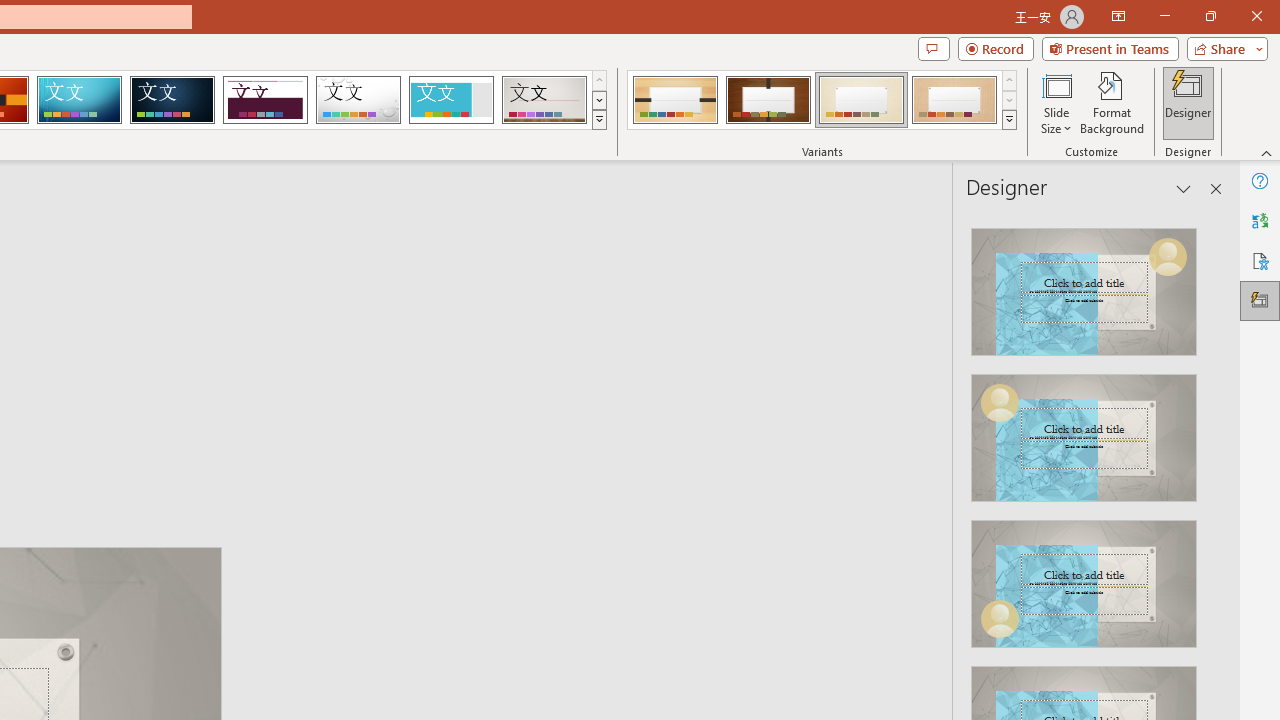  What do you see at coordinates (767, 100) in the screenshot?
I see `'Organic Variant 2'` at bounding box center [767, 100].